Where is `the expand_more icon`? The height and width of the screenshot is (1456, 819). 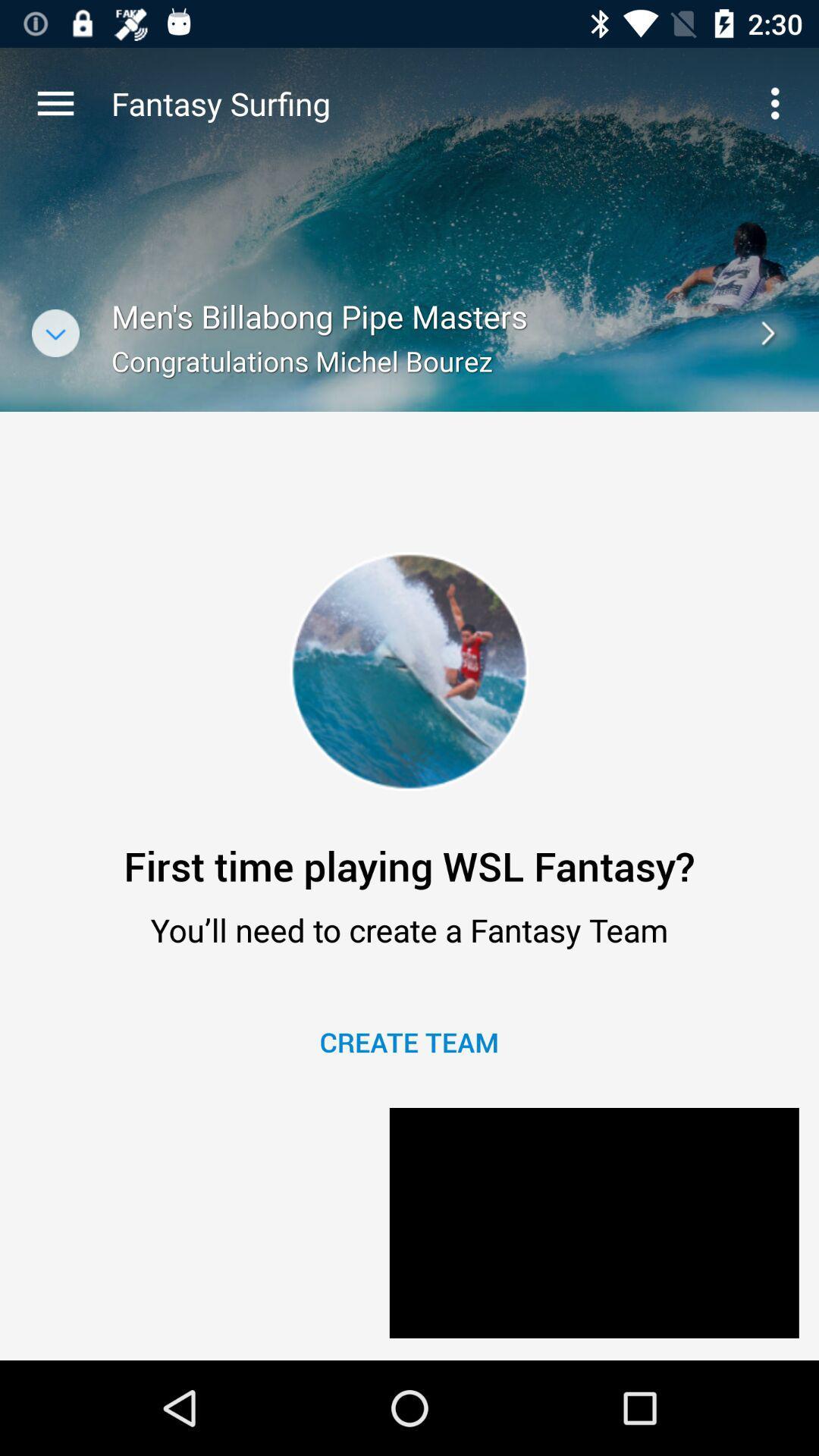
the expand_more icon is located at coordinates (55, 332).